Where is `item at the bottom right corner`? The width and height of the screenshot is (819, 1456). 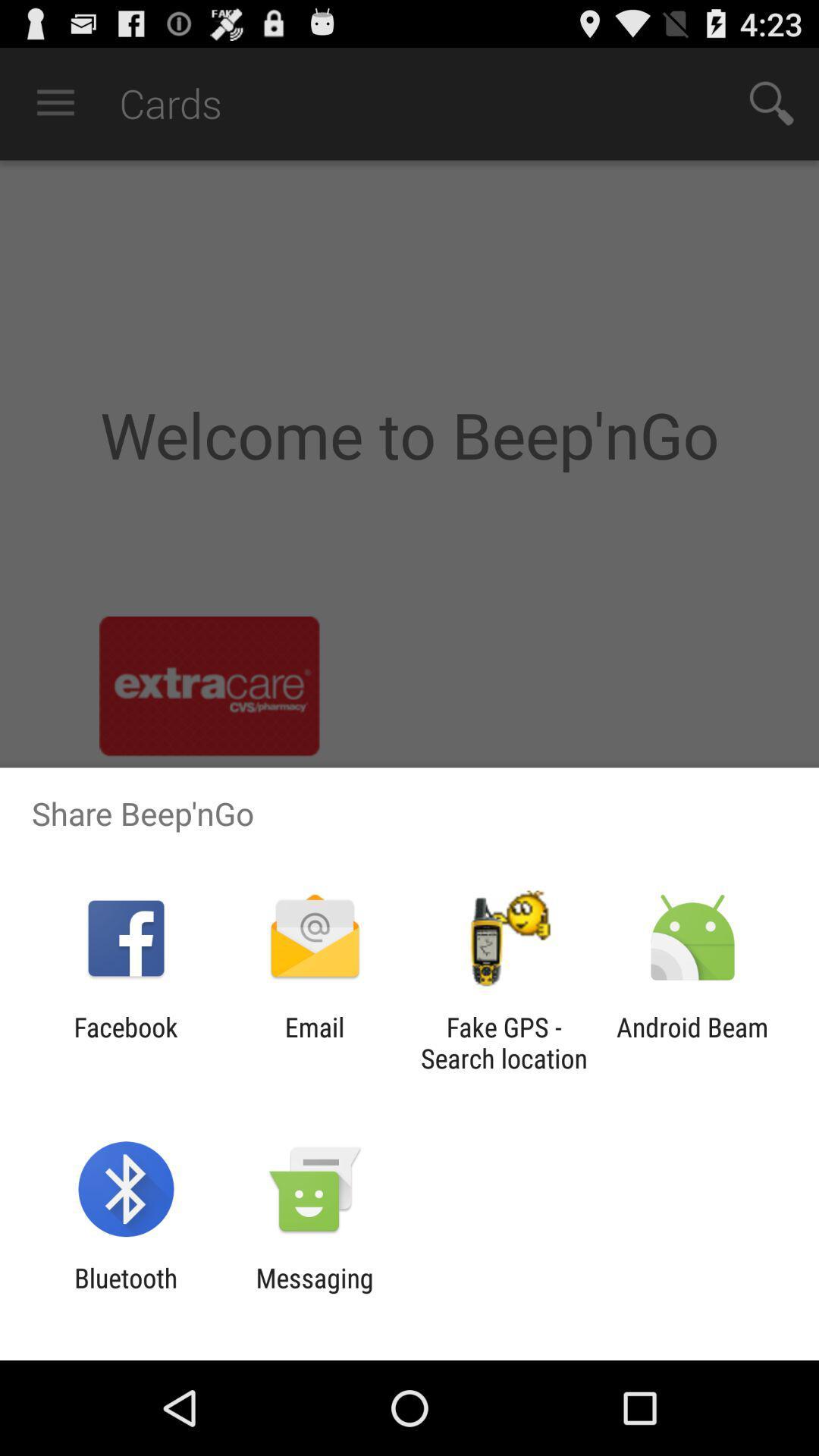 item at the bottom right corner is located at coordinates (692, 1042).